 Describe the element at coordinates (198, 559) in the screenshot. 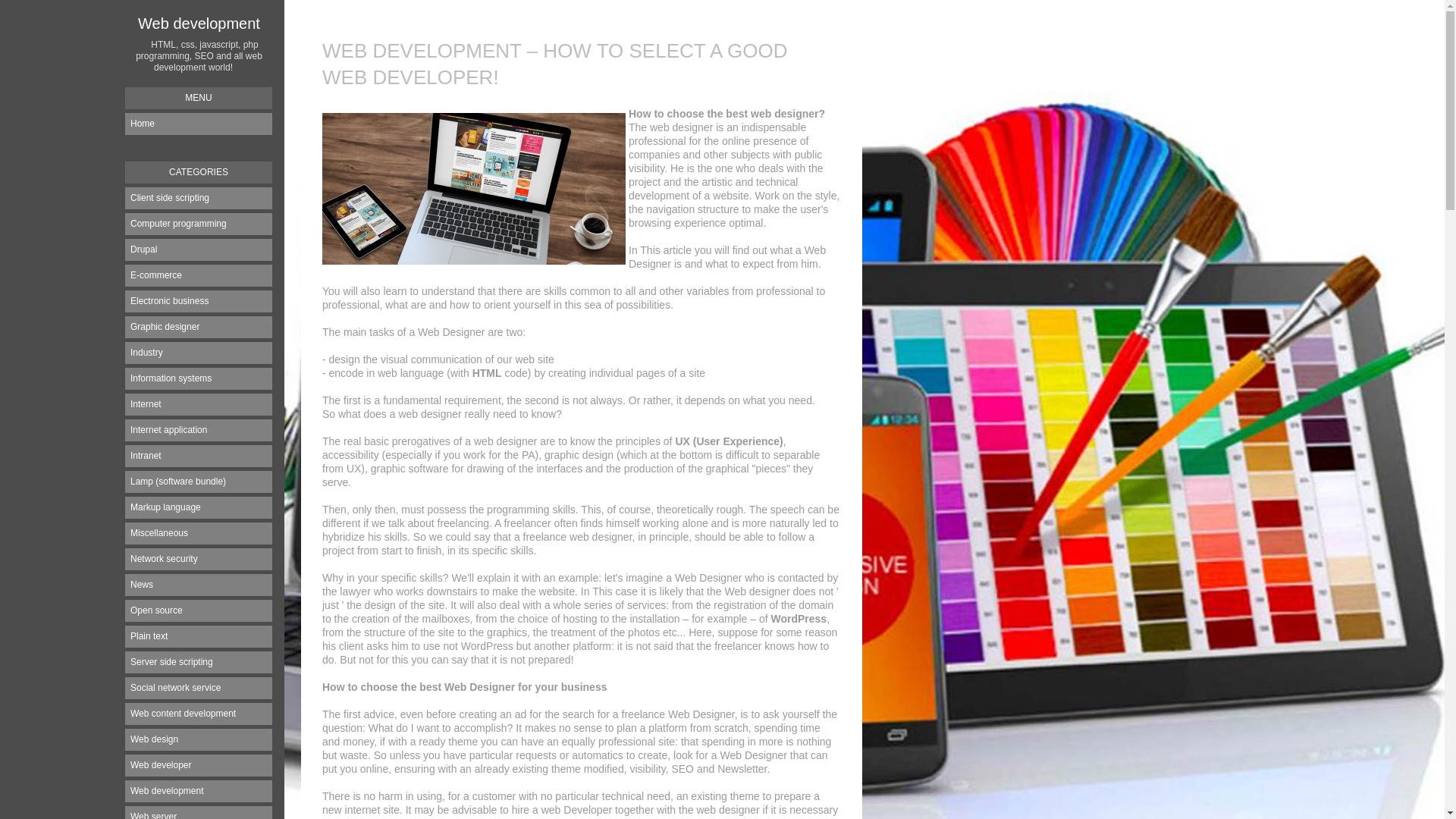

I see `'Network security'` at that location.